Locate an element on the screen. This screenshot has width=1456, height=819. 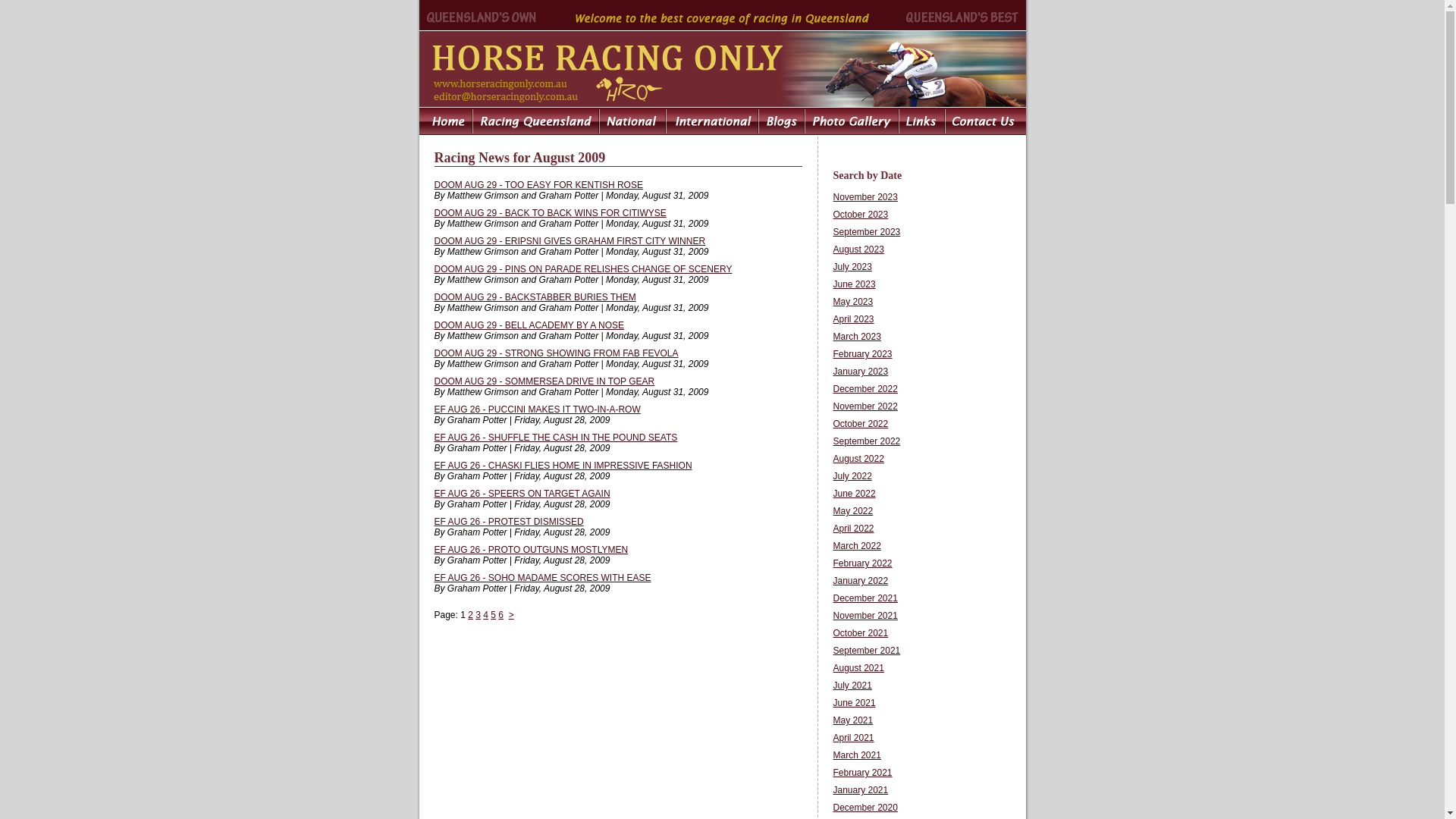
'December 2022' is located at coordinates (864, 388).